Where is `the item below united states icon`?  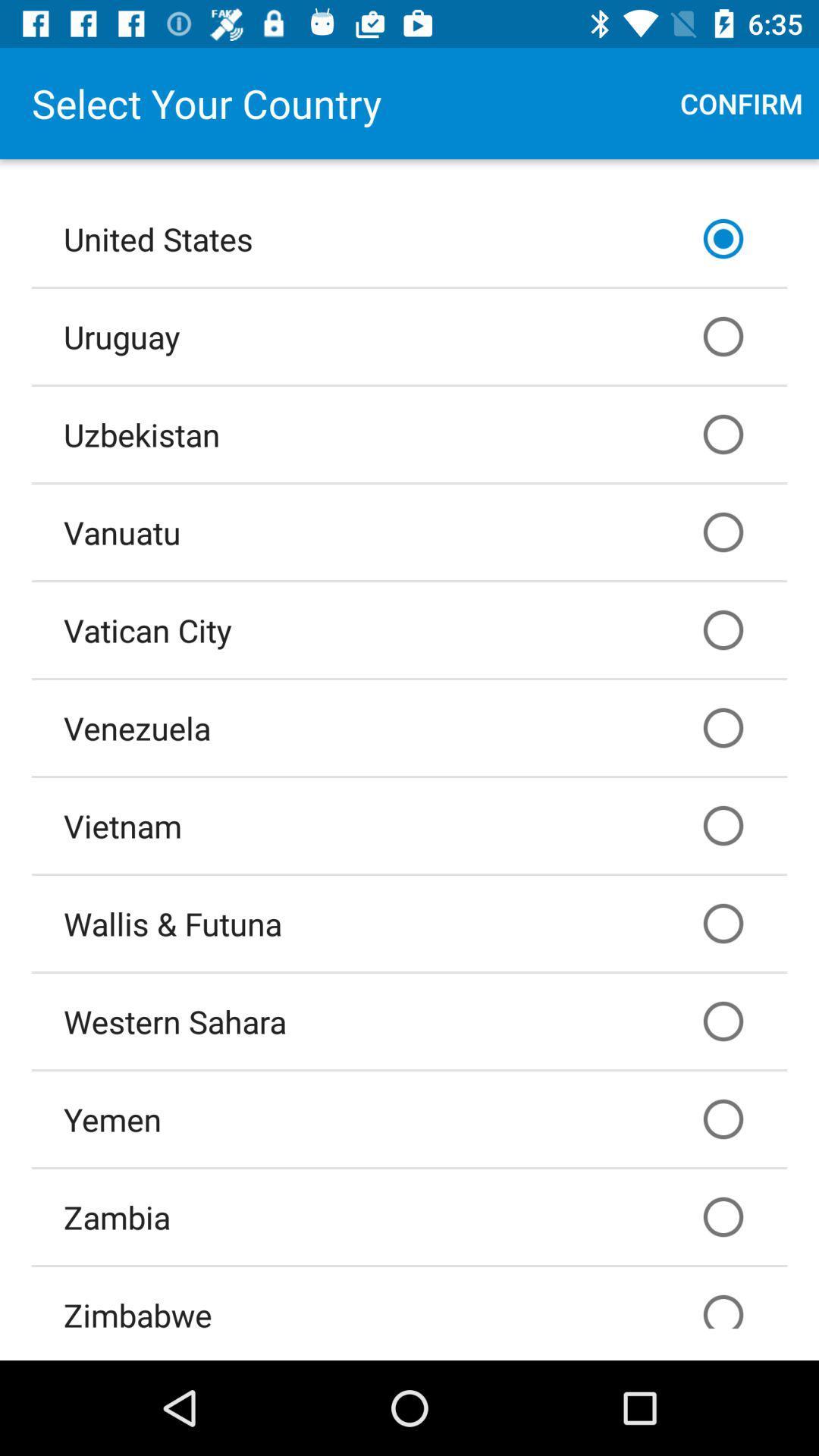
the item below united states icon is located at coordinates (409, 335).